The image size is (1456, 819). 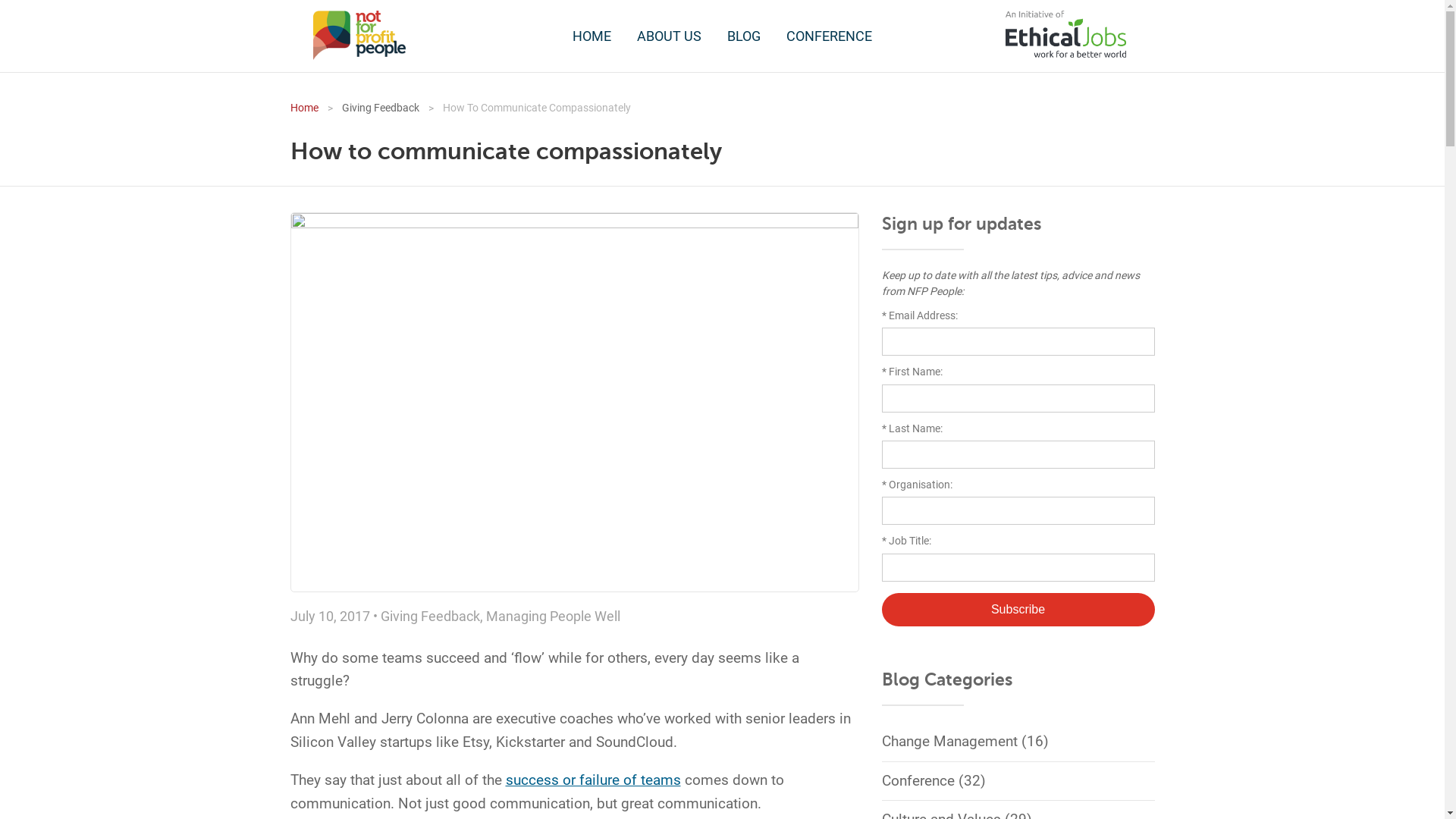 What do you see at coordinates (429, 616) in the screenshot?
I see `'Giving Feedback'` at bounding box center [429, 616].